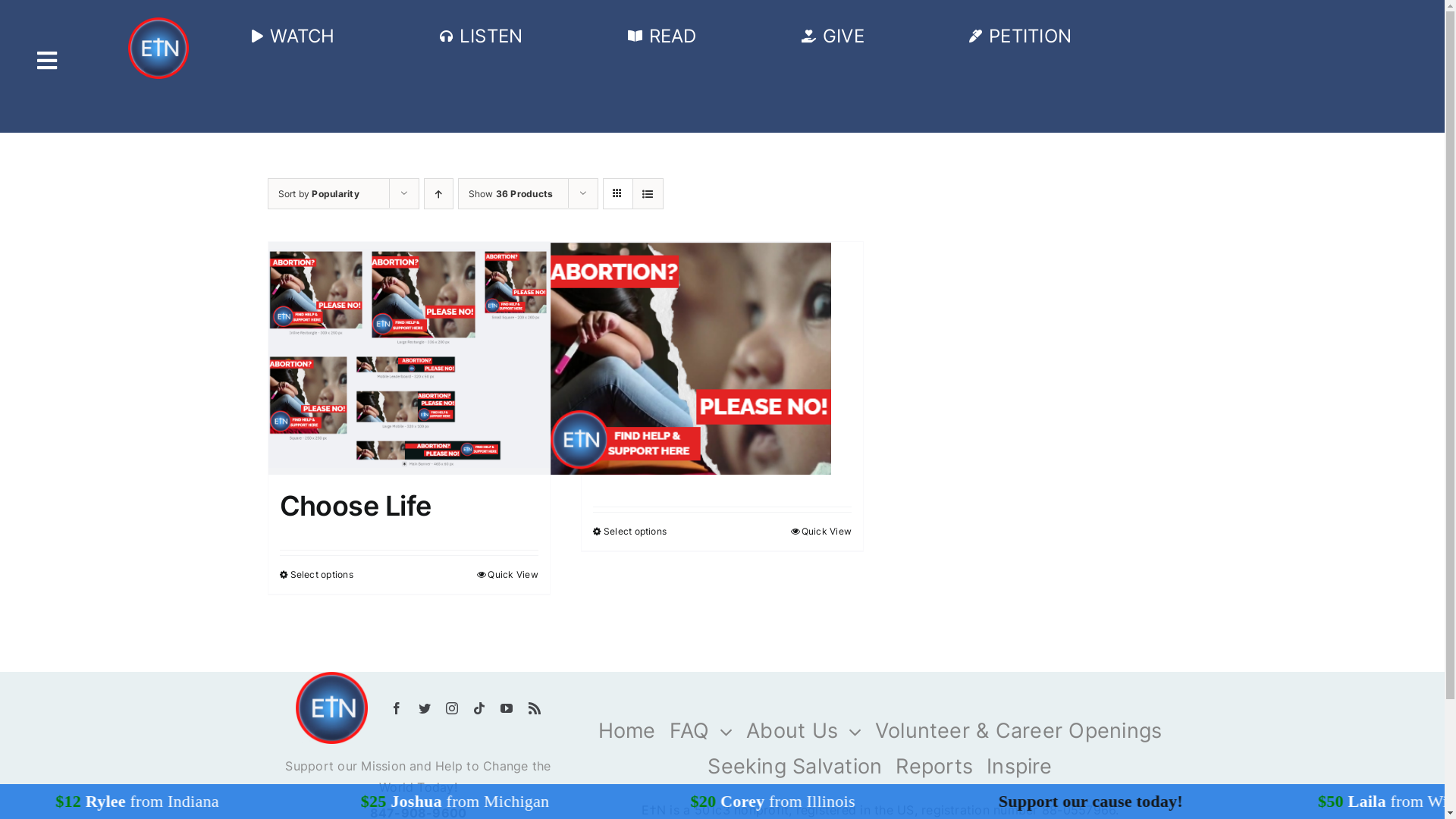  Describe the element at coordinates (432, 35) in the screenshot. I see `'LISTEN'` at that location.